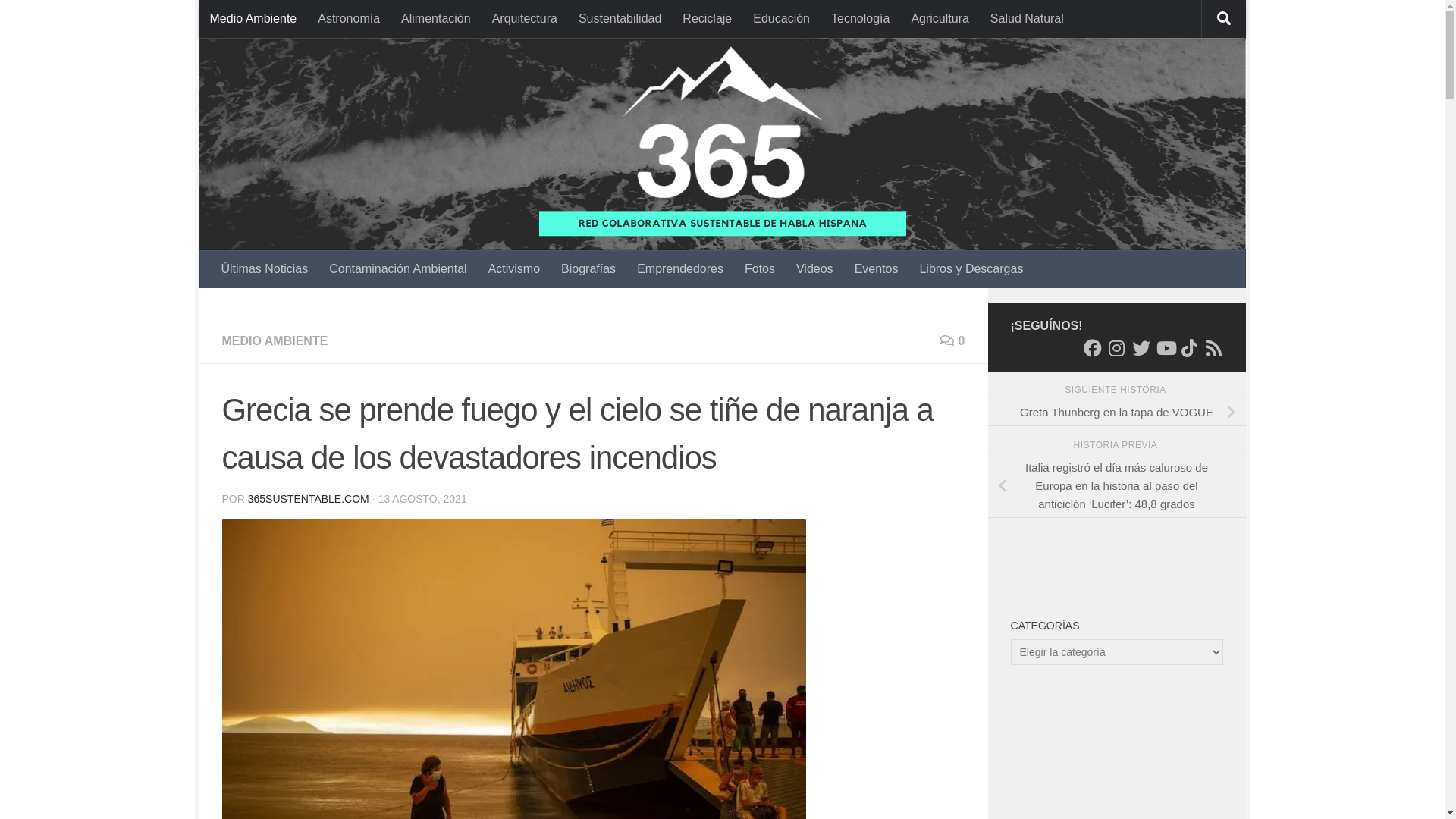  I want to click on '0', so click(952, 340).